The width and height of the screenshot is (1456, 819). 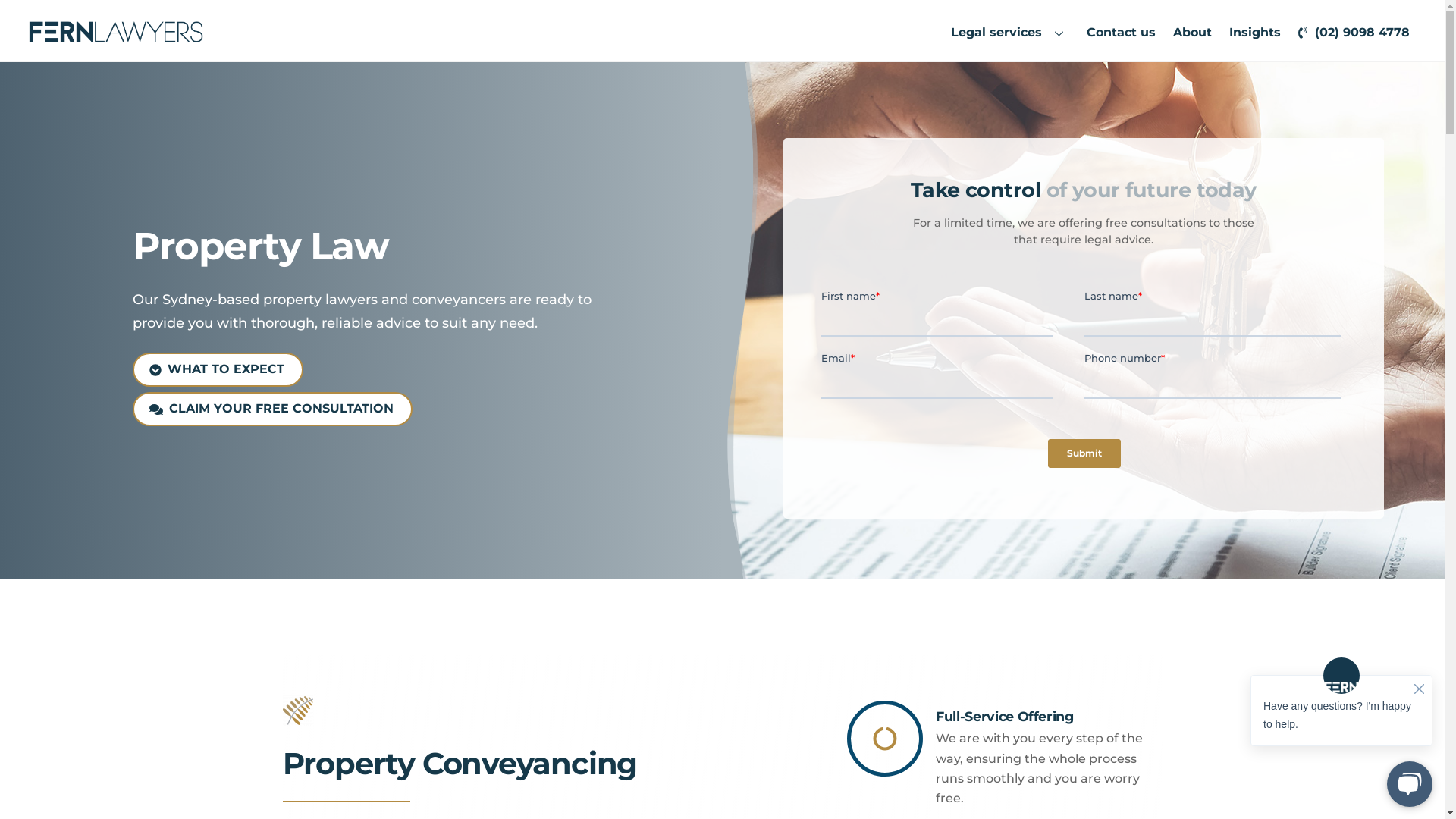 What do you see at coordinates (1010, 32) in the screenshot?
I see `'Legal services'` at bounding box center [1010, 32].